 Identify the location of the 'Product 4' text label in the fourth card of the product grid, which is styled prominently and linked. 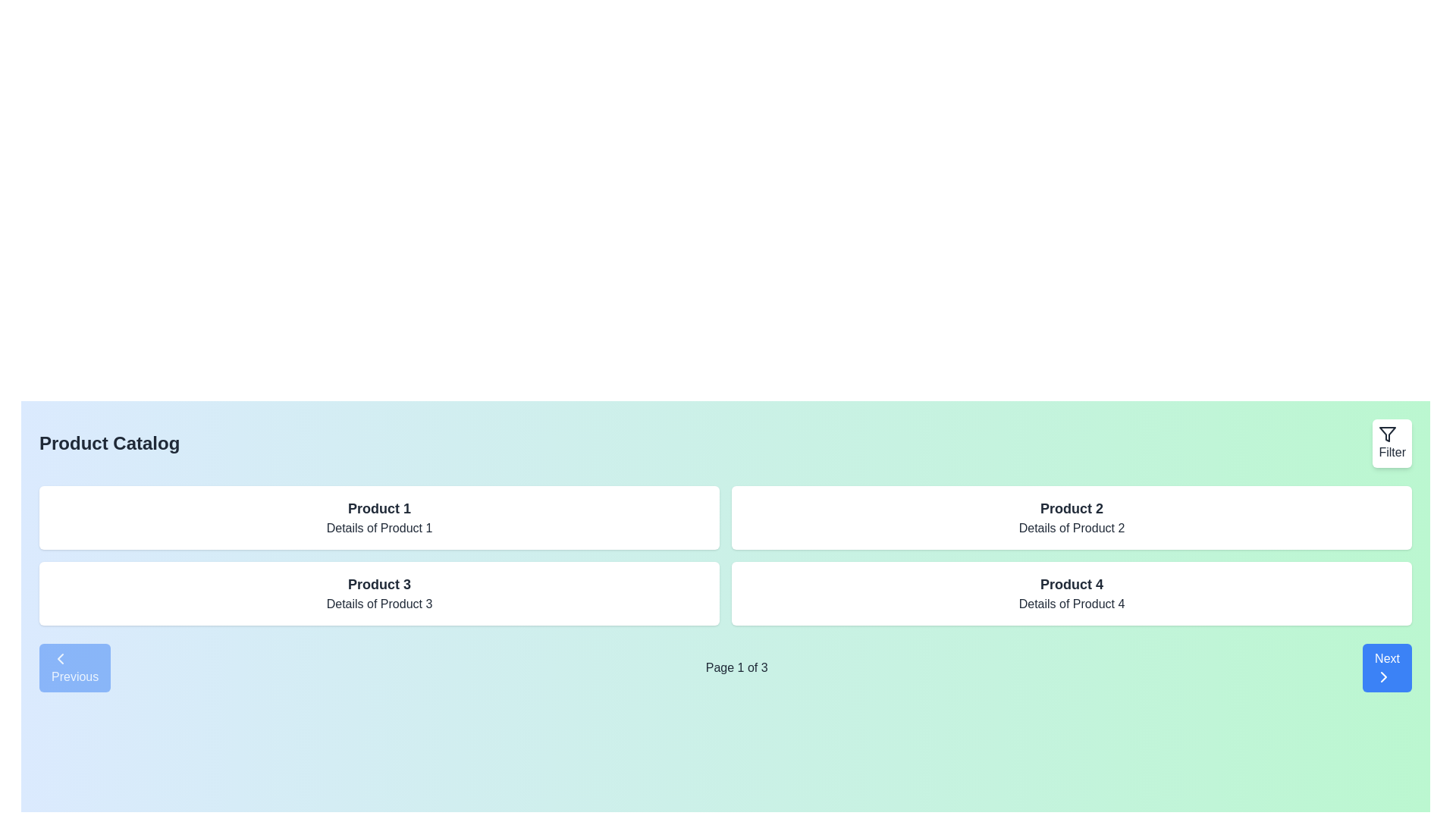
(1071, 584).